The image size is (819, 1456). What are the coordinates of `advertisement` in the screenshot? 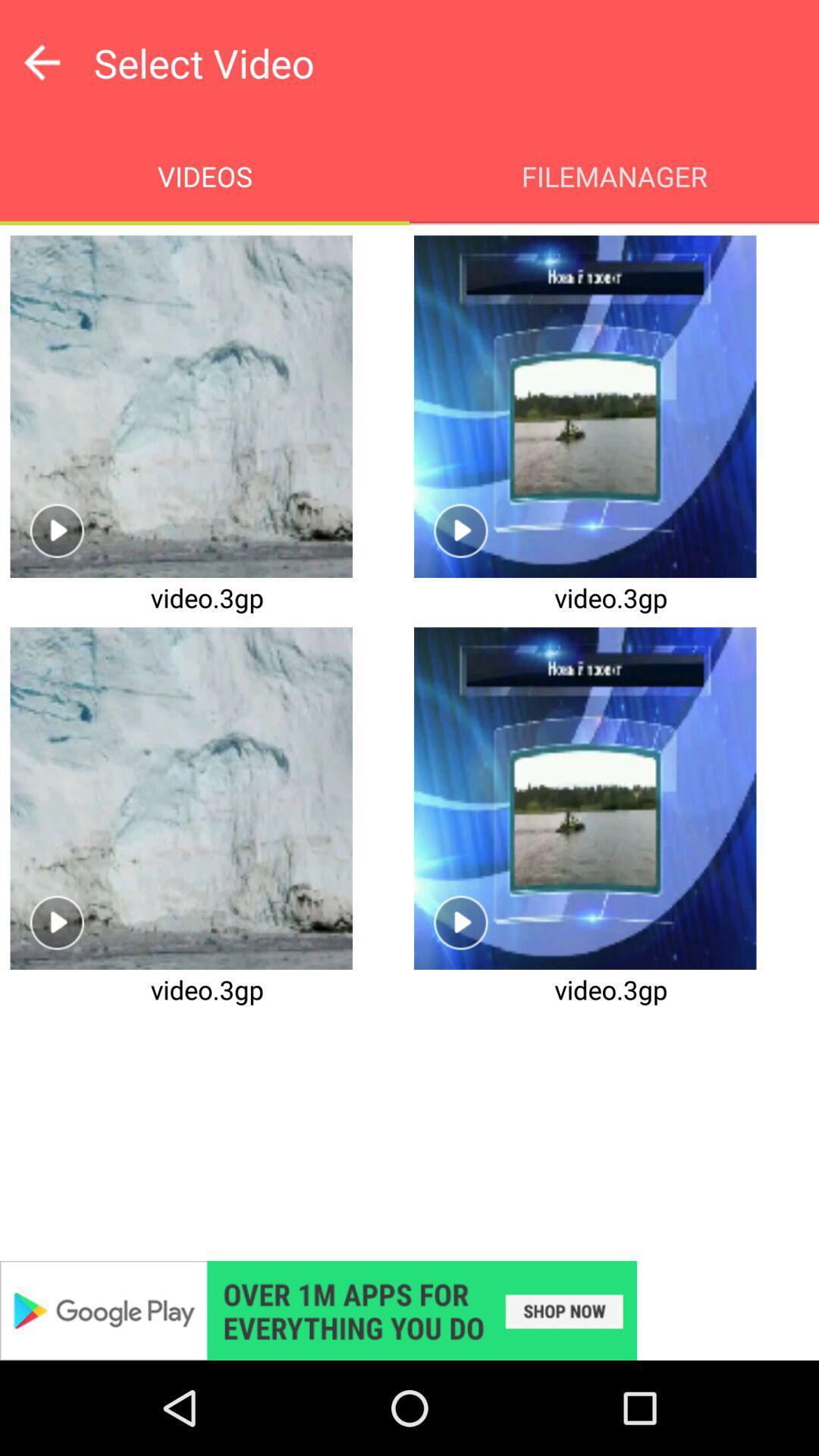 It's located at (409, 1310).